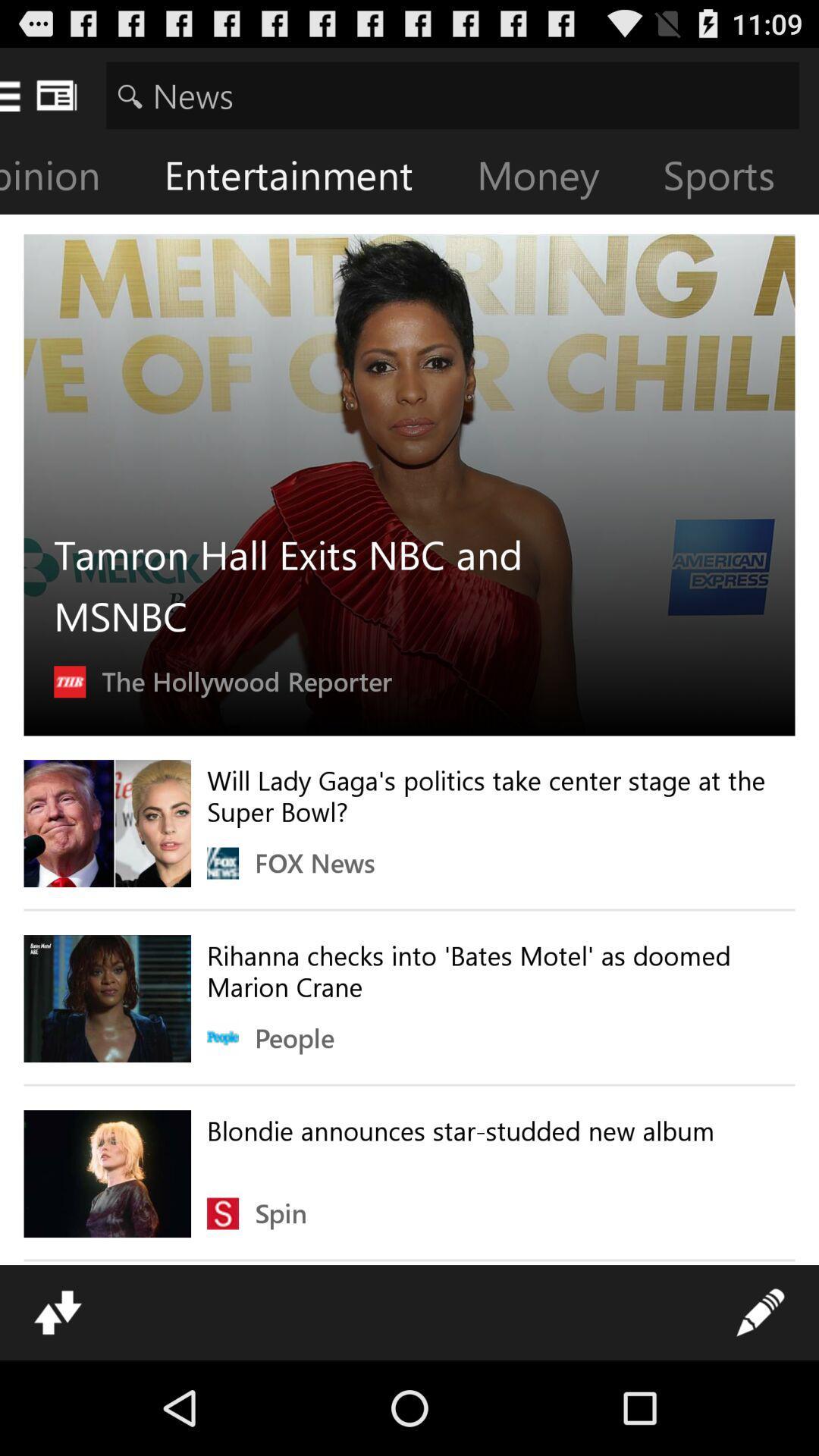 The width and height of the screenshot is (819, 1456). What do you see at coordinates (730, 178) in the screenshot?
I see `sports item` at bounding box center [730, 178].